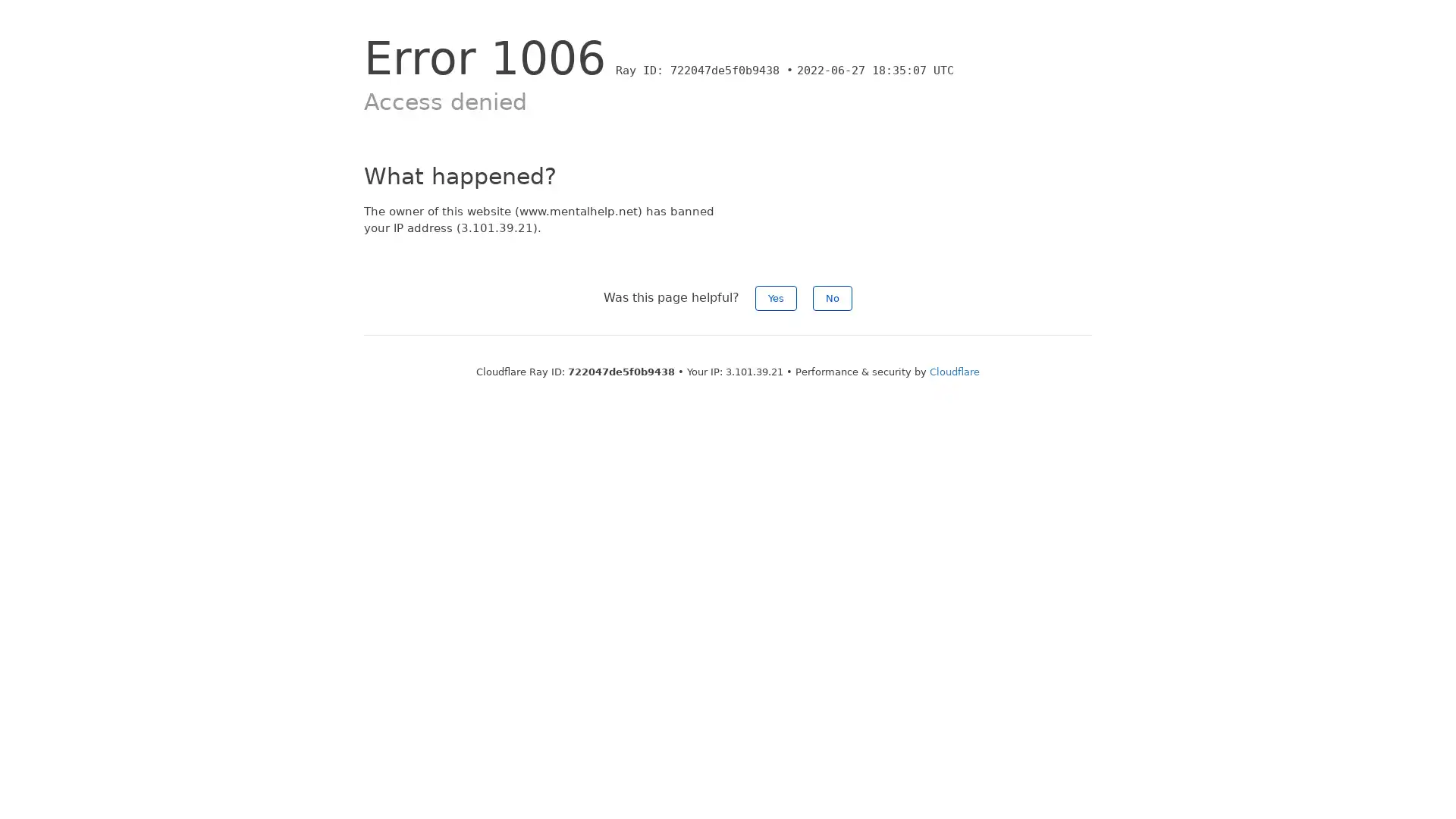 The height and width of the screenshot is (819, 1456). I want to click on Yes, so click(776, 297).